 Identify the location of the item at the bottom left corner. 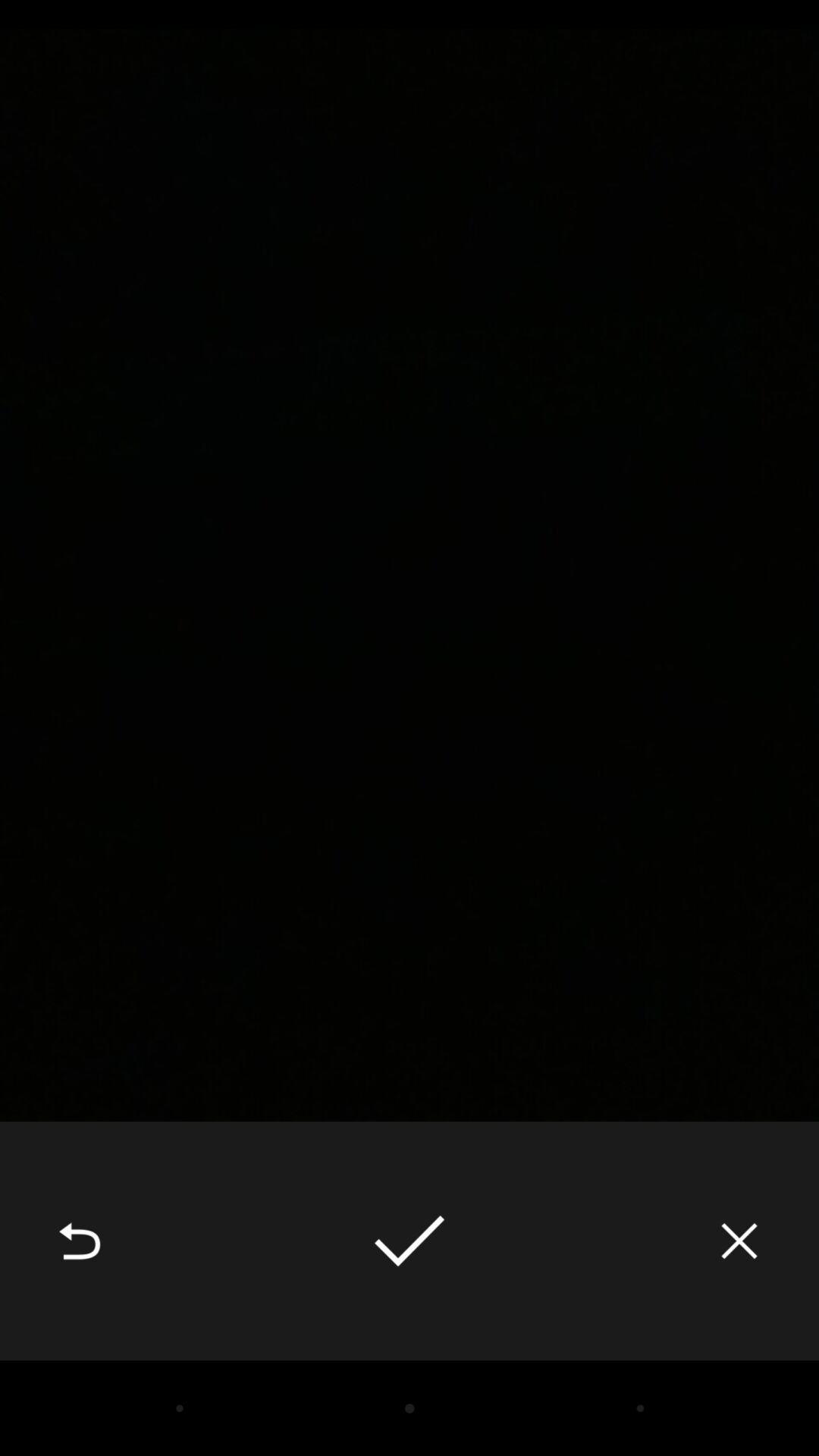
(79, 1241).